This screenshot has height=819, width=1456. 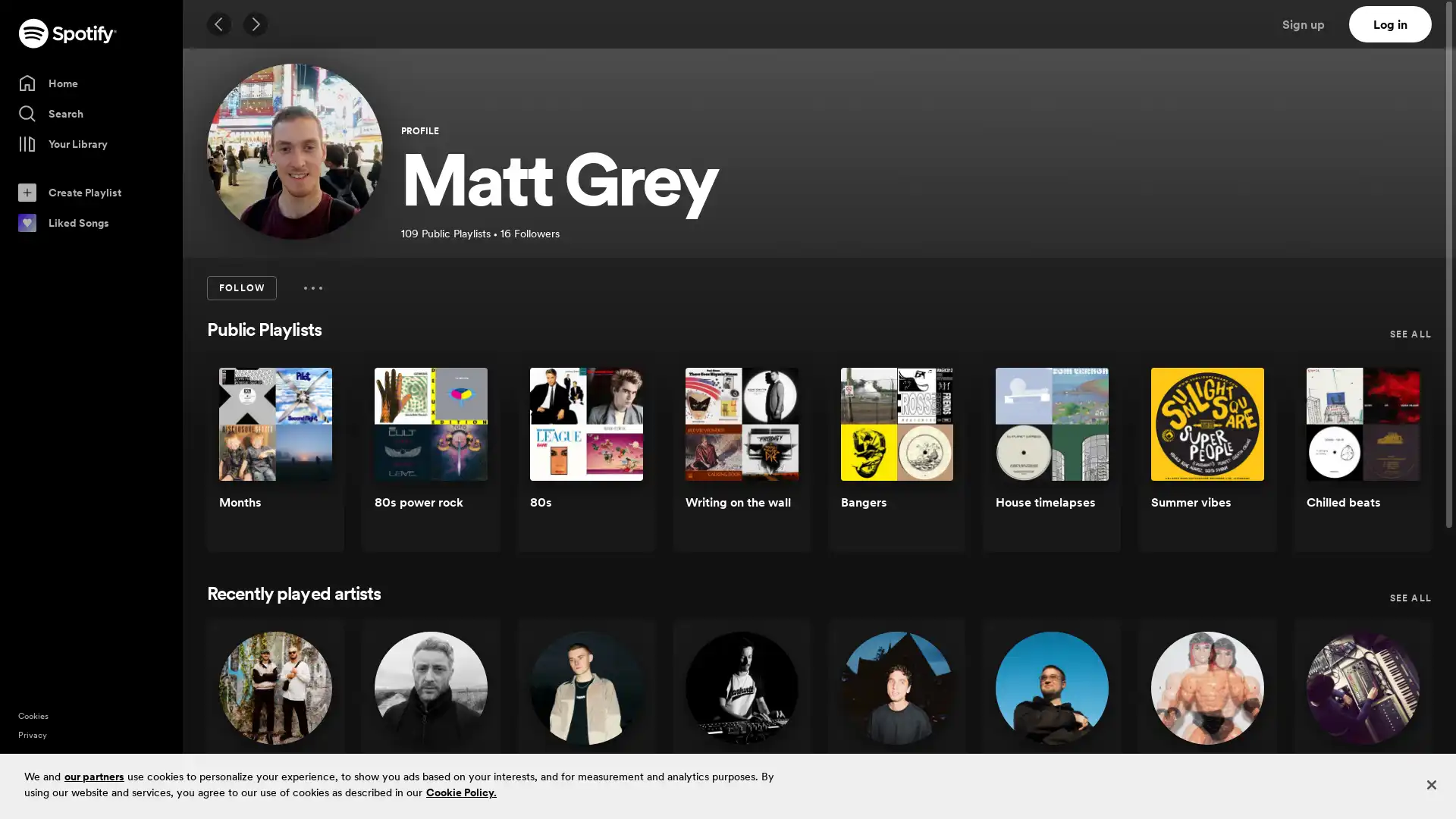 What do you see at coordinates (461, 724) in the screenshot?
I see `Play Calibre` at bounding box center [461, 724].